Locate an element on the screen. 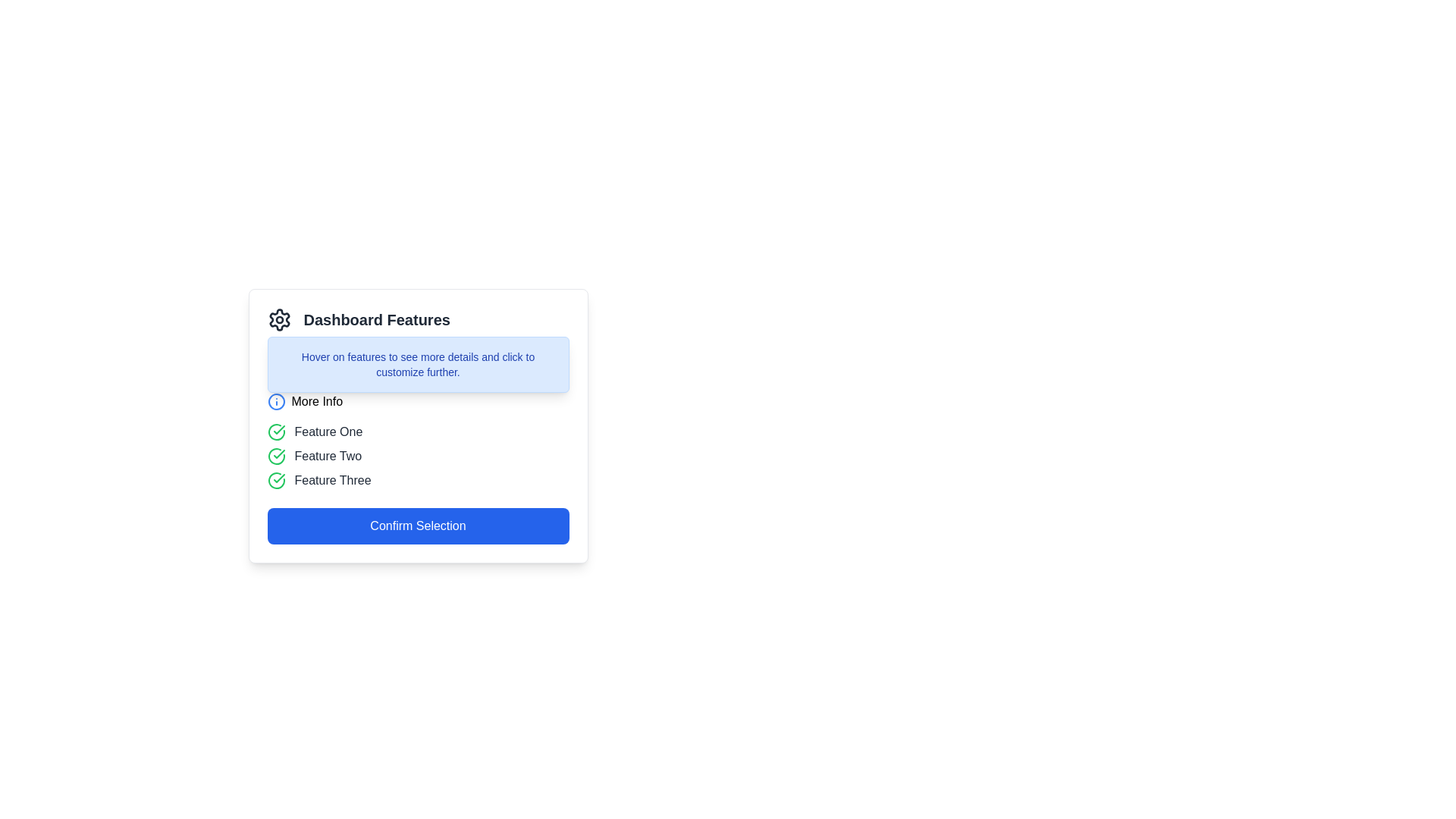 The image size is (1456, 819). the text label displaying 'More Info' in bold black typography, which is located below the description panel and above the list of features within the card titled 'Dashboard Features' is located at coordinates (316, 400).